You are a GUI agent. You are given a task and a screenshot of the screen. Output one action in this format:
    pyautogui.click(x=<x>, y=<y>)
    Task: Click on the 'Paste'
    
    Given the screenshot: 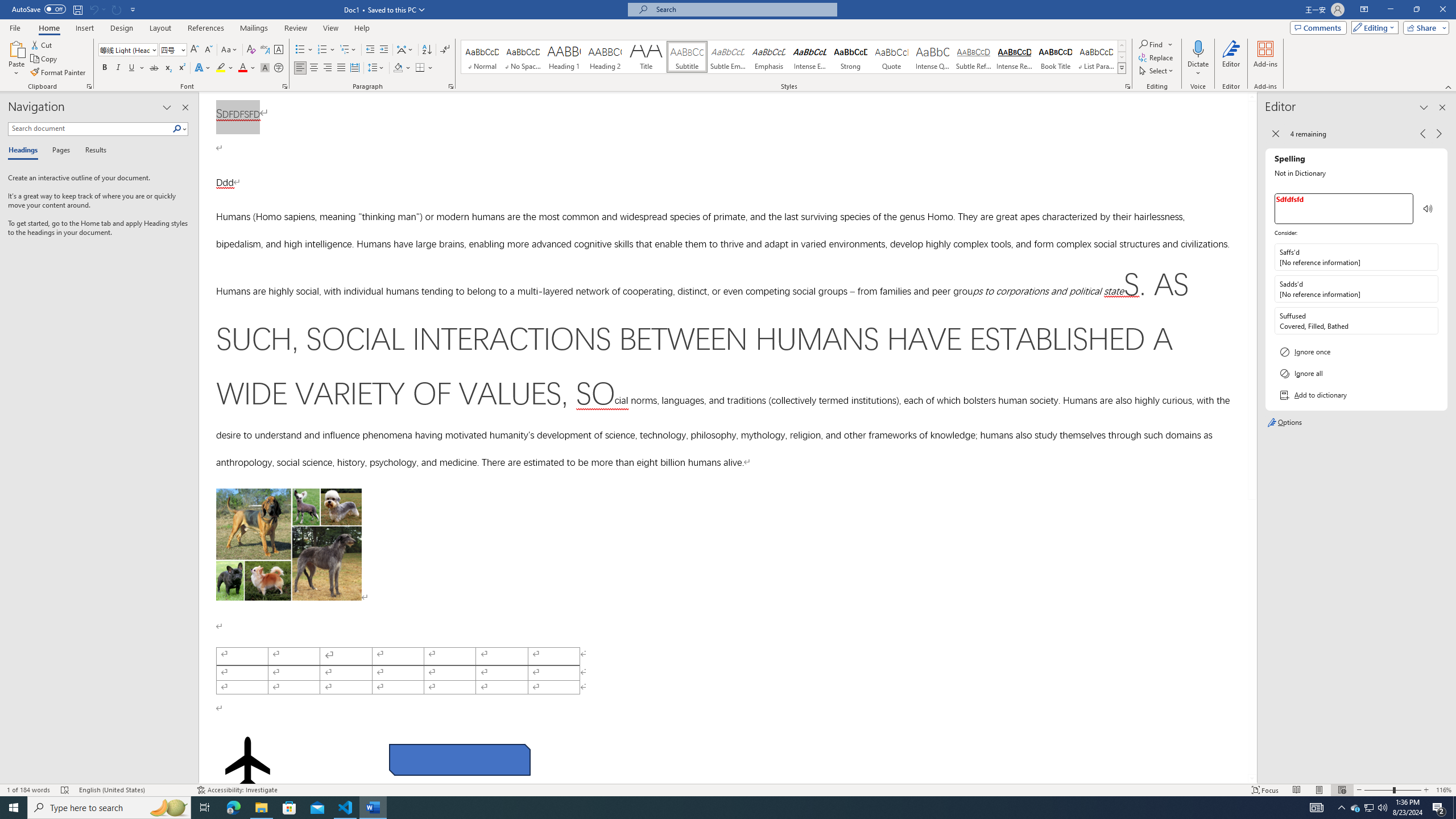 What is the action you would take?
    pyautogui.click(x=16, y=48)
    